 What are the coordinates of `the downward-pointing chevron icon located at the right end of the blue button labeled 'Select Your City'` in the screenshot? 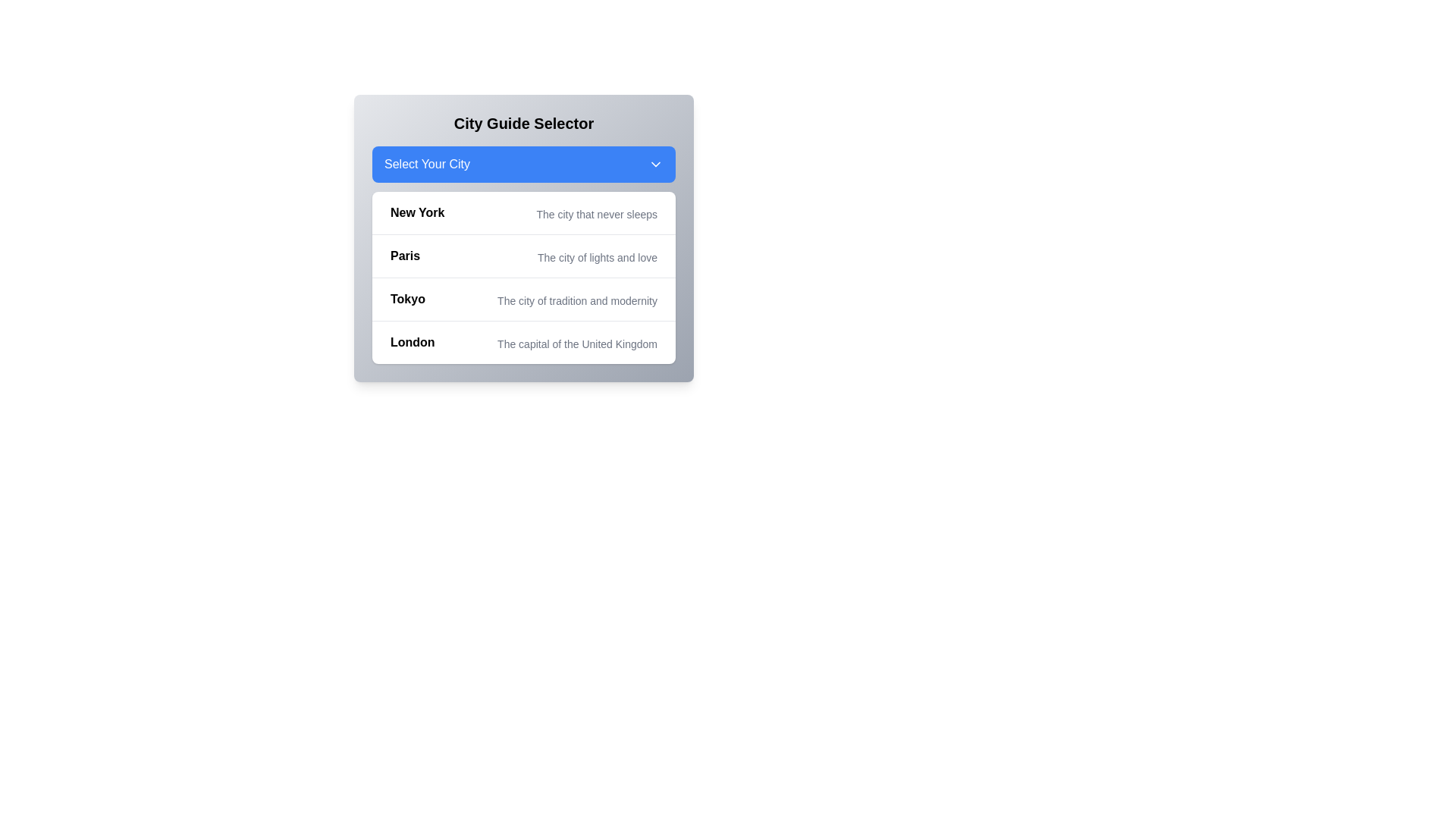 It's located at (655, 164).